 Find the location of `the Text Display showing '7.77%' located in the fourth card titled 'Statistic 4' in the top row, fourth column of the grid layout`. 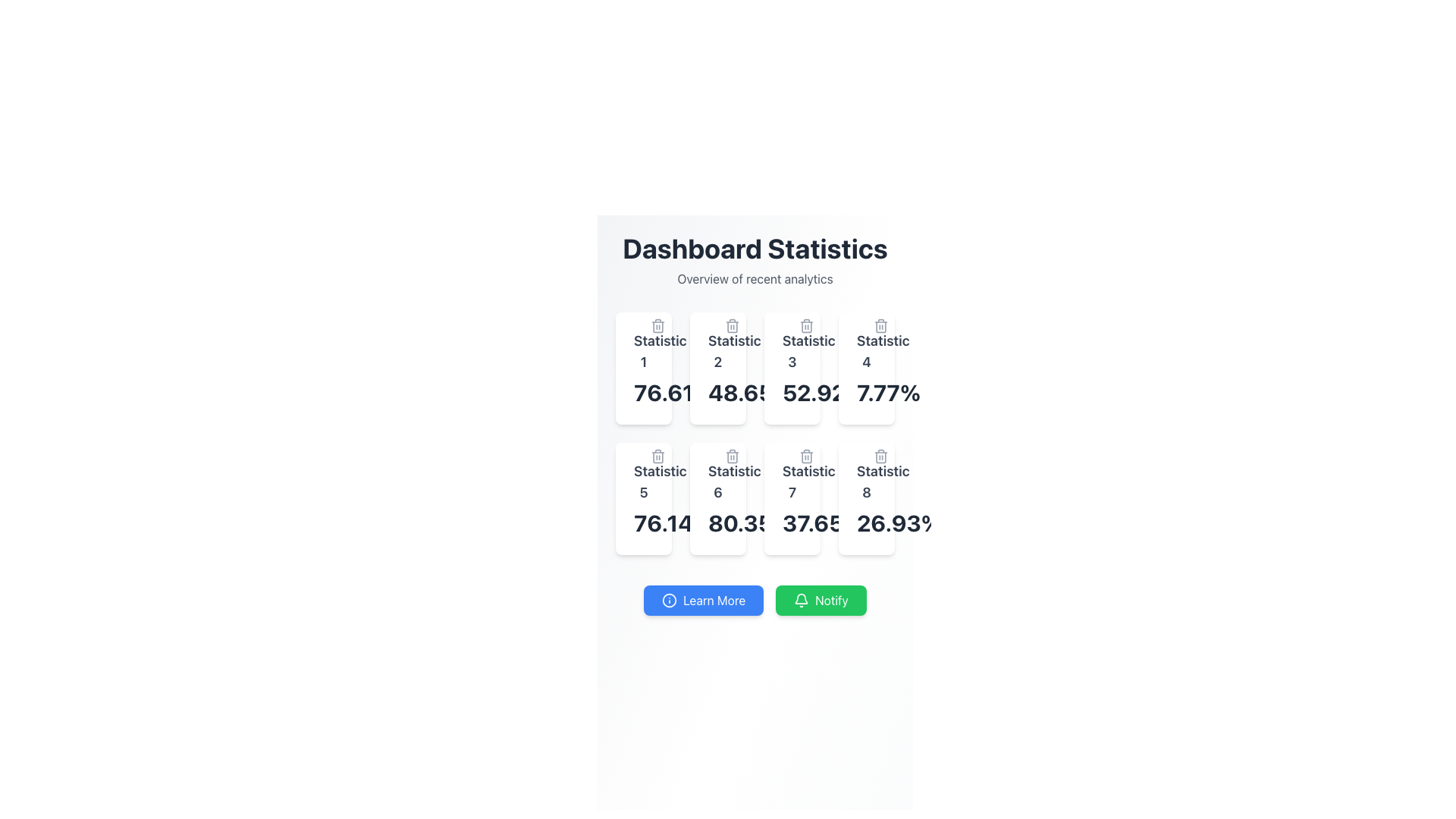

the Text Display showing '7.77%' located in the fourth card titled 'Statistic 4' in the top row, fourth column of the grid layout is located at coordinates (866, 391).